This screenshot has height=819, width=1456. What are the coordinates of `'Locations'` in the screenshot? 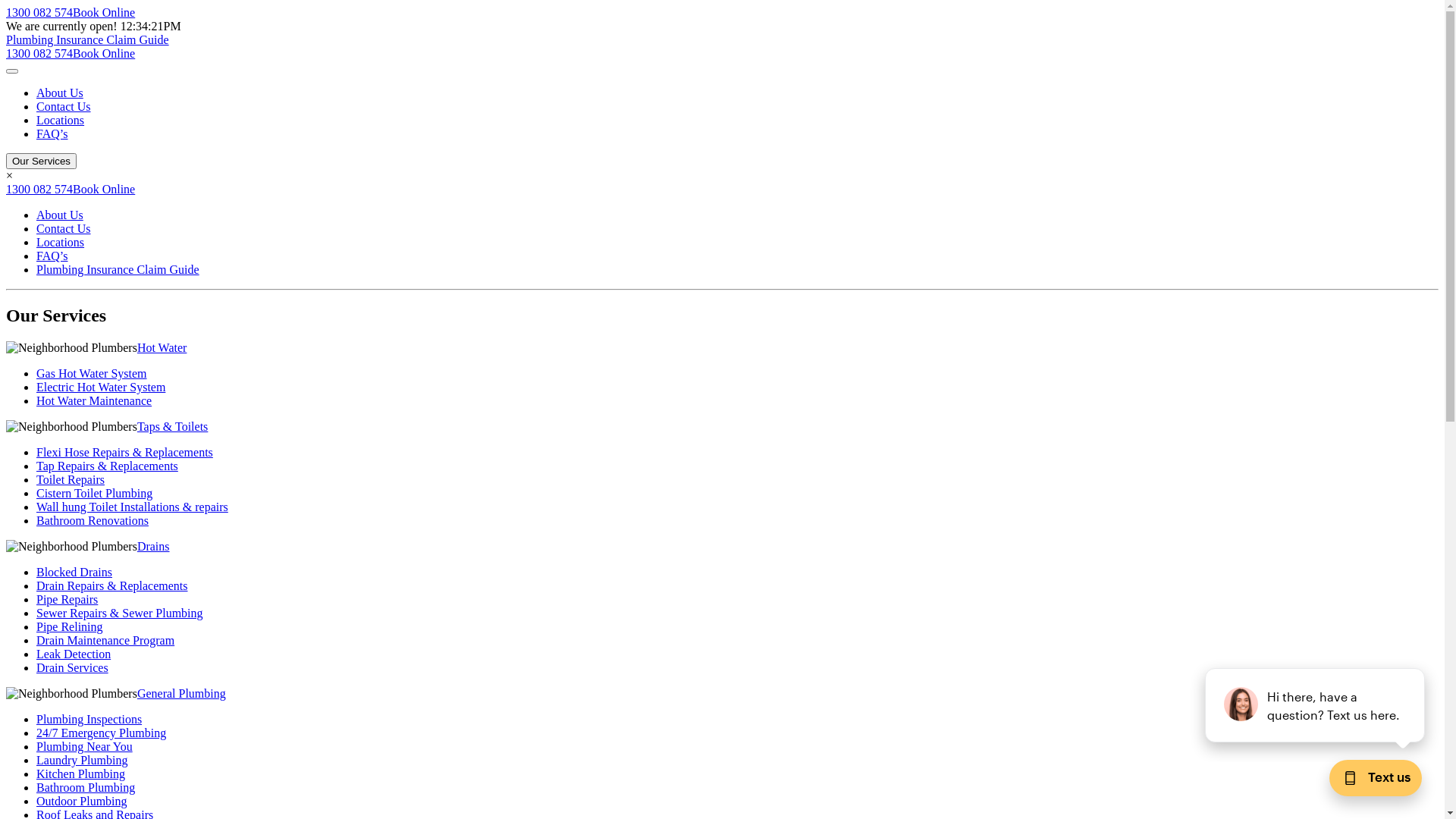 It's located at (60, 241).